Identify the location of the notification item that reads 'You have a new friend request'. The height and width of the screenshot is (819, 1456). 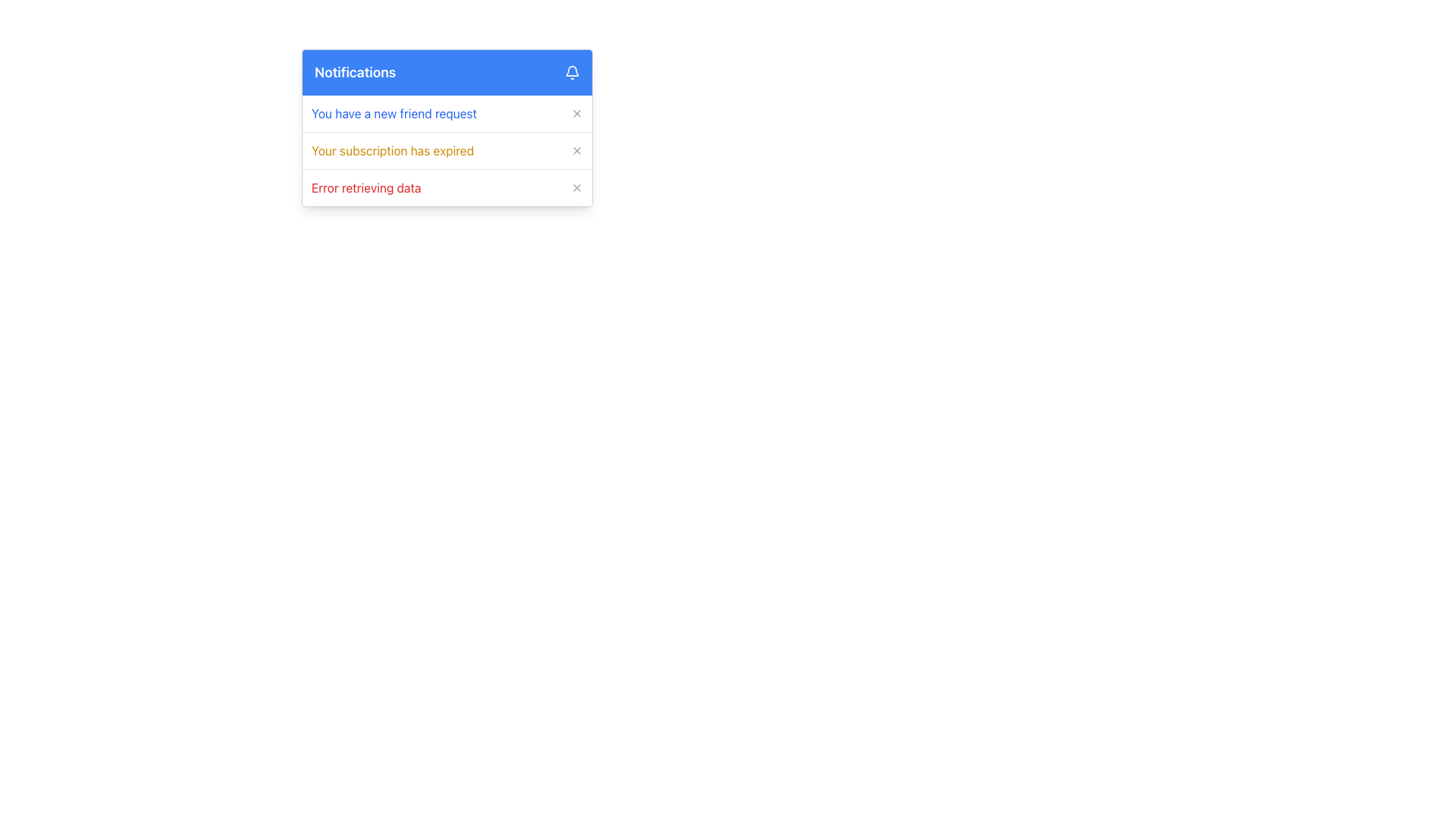
(447, 113).